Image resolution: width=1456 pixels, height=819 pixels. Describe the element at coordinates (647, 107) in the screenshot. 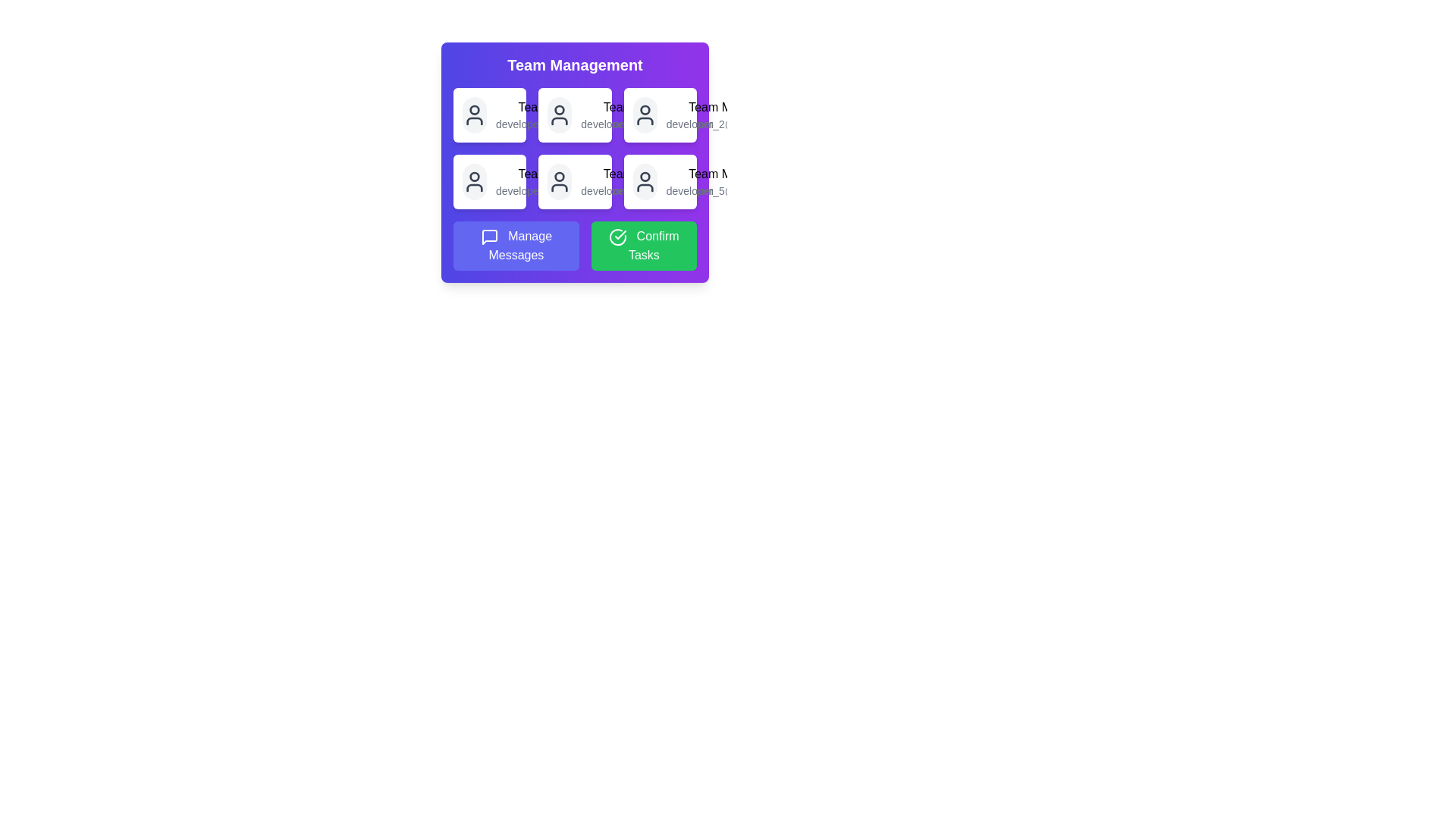

I see `the text label identifying the team member in the second row, second column of the grid layout for team management` at that location.